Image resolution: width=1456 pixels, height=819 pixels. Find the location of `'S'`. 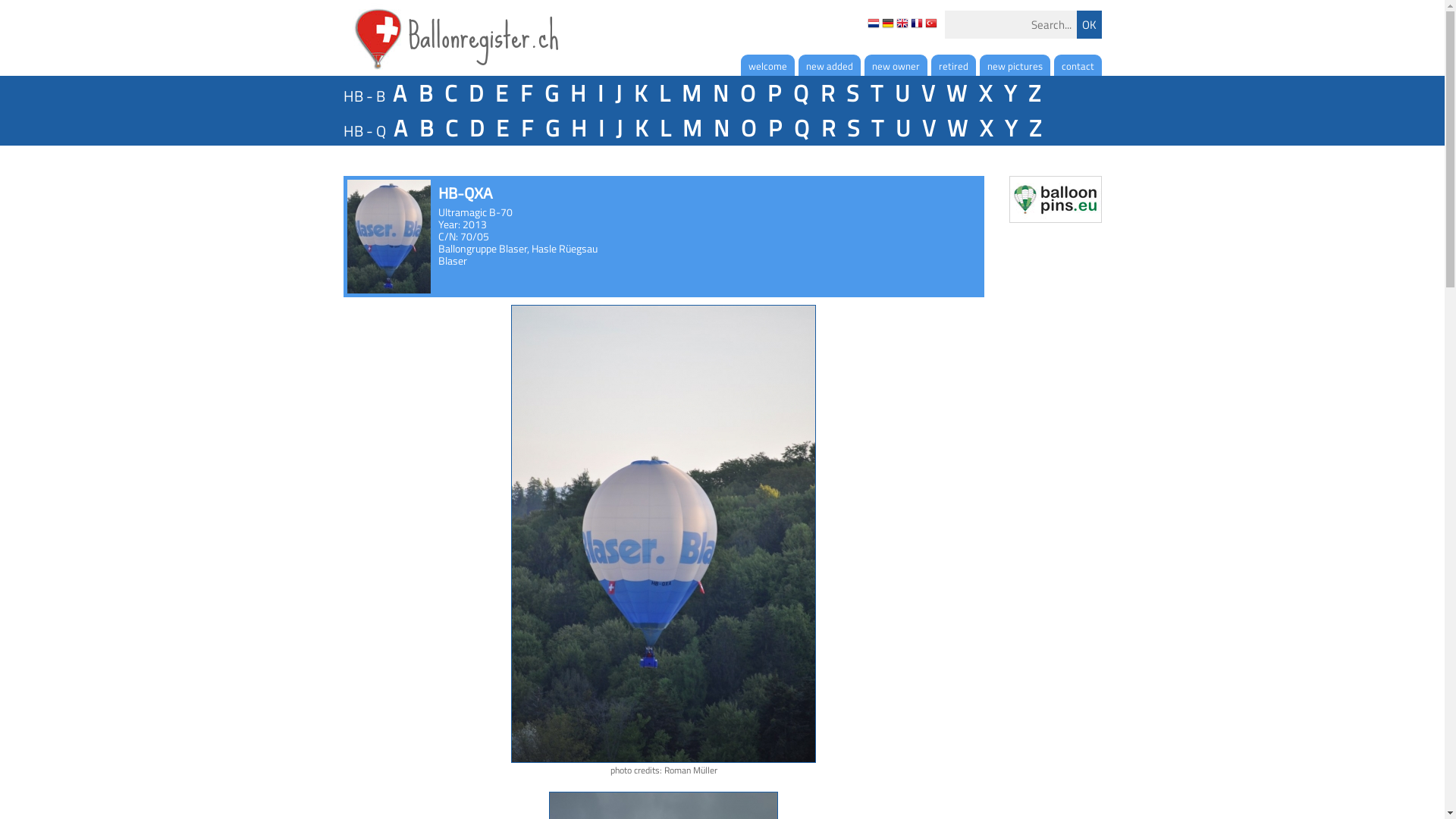

'S' is located at coordinates (852, 93).